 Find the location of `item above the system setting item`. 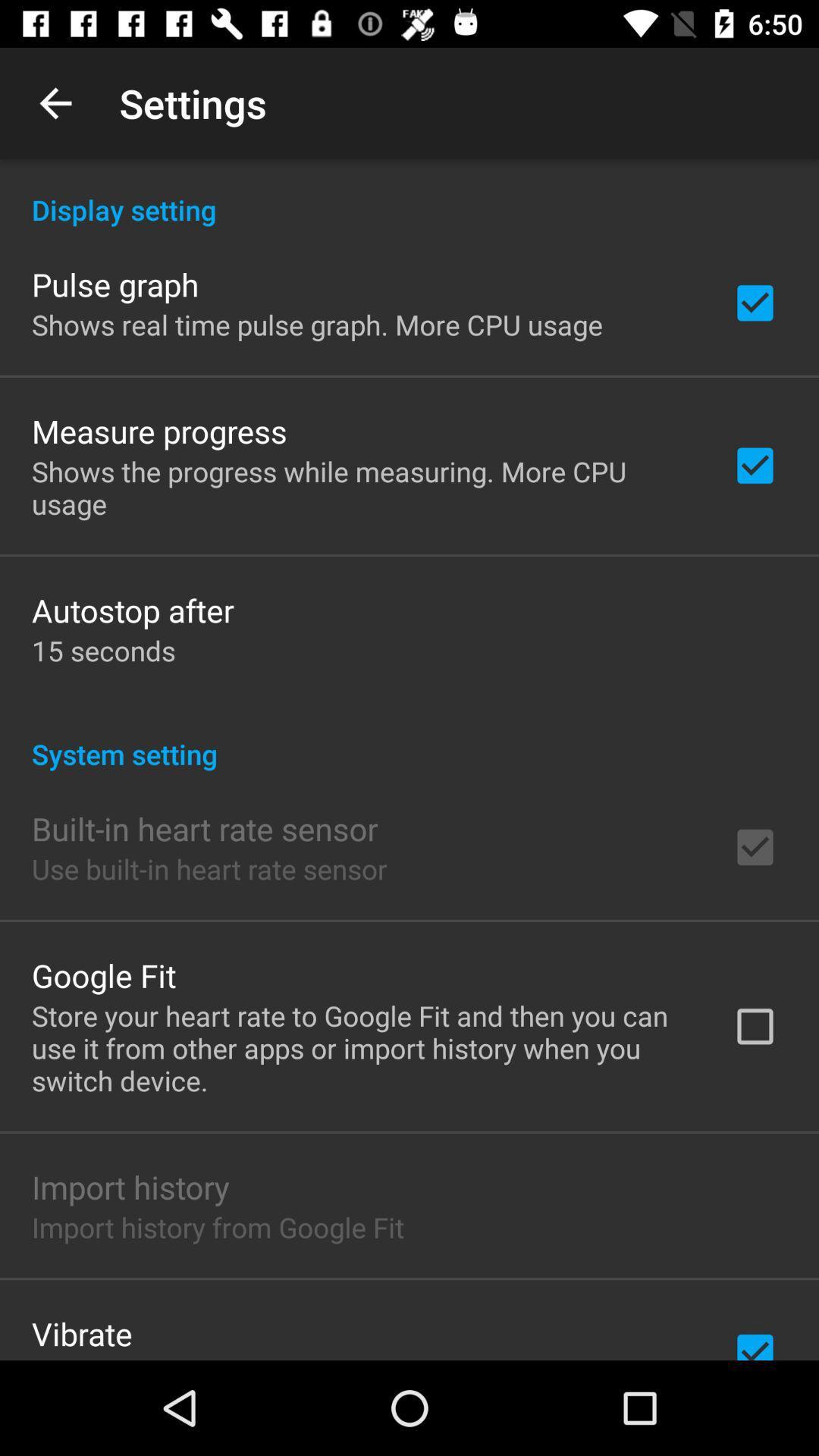

item above the system setting item is located at coordinates (102, 651).